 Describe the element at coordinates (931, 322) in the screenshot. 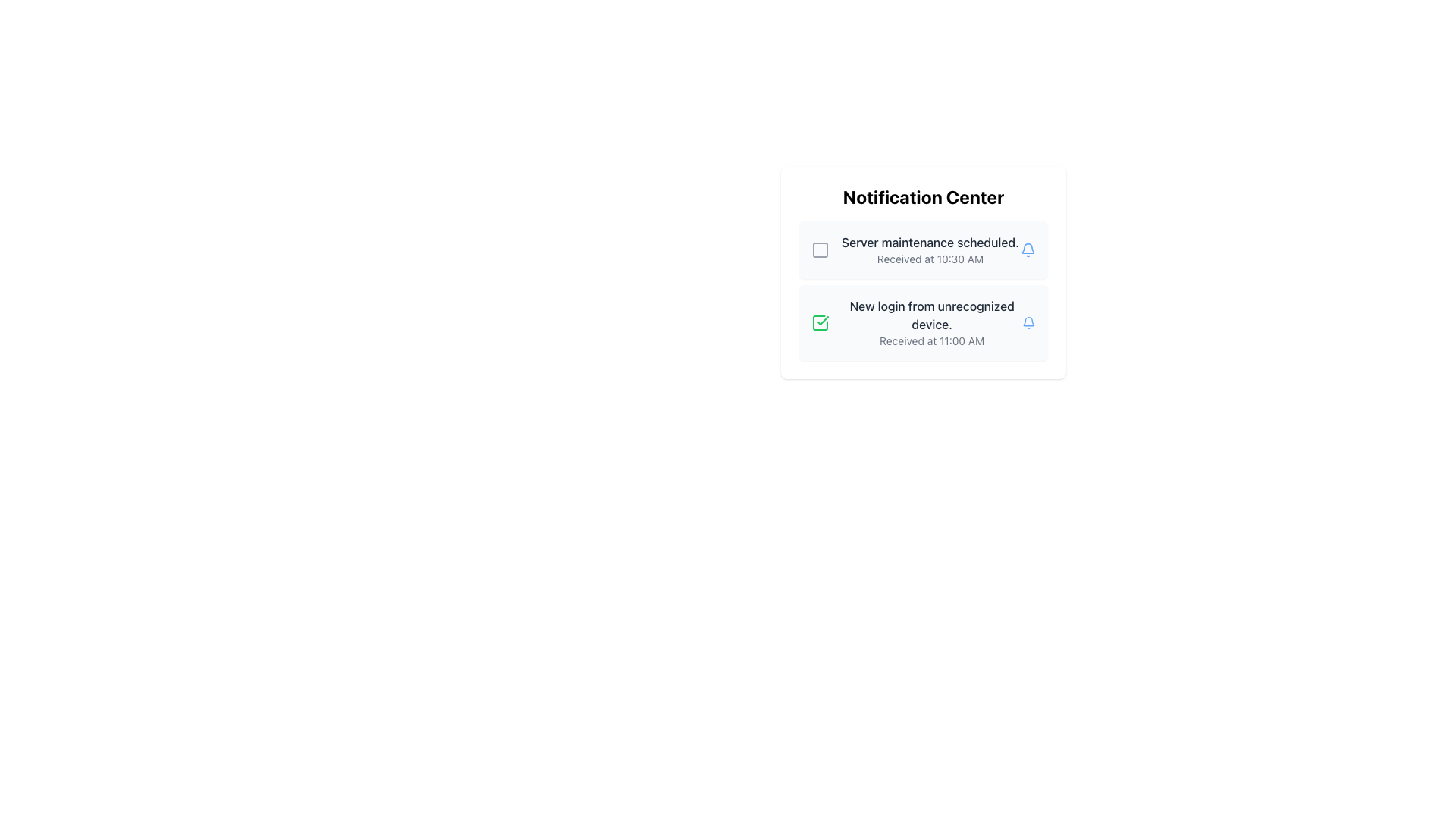

I see `the notification text block displaying 'New login from unrecognized device.' which is the second notification under the 'Notification Center.'` at that location.